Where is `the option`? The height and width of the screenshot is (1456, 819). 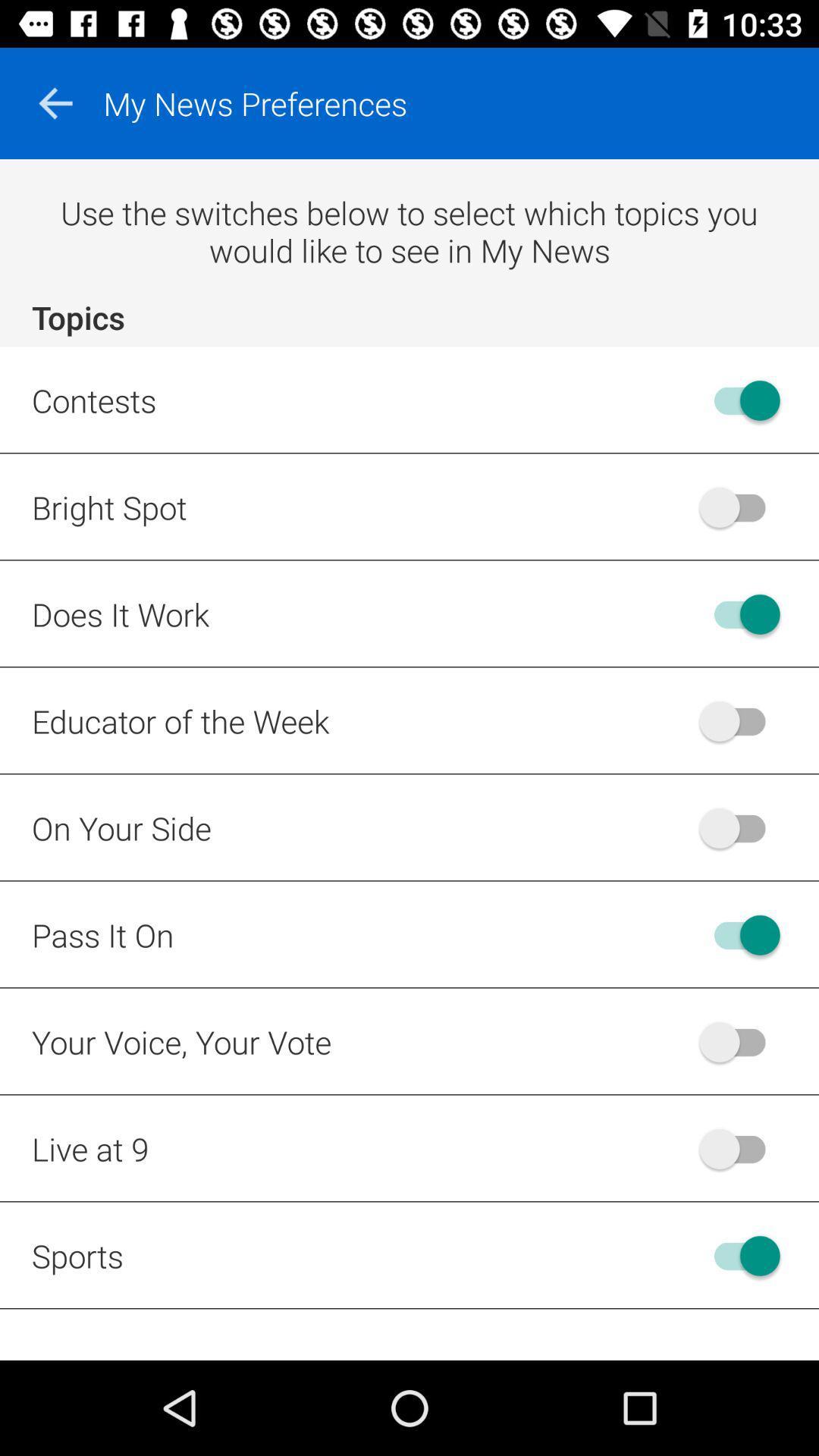
the option is located at coordinates (739, 614).